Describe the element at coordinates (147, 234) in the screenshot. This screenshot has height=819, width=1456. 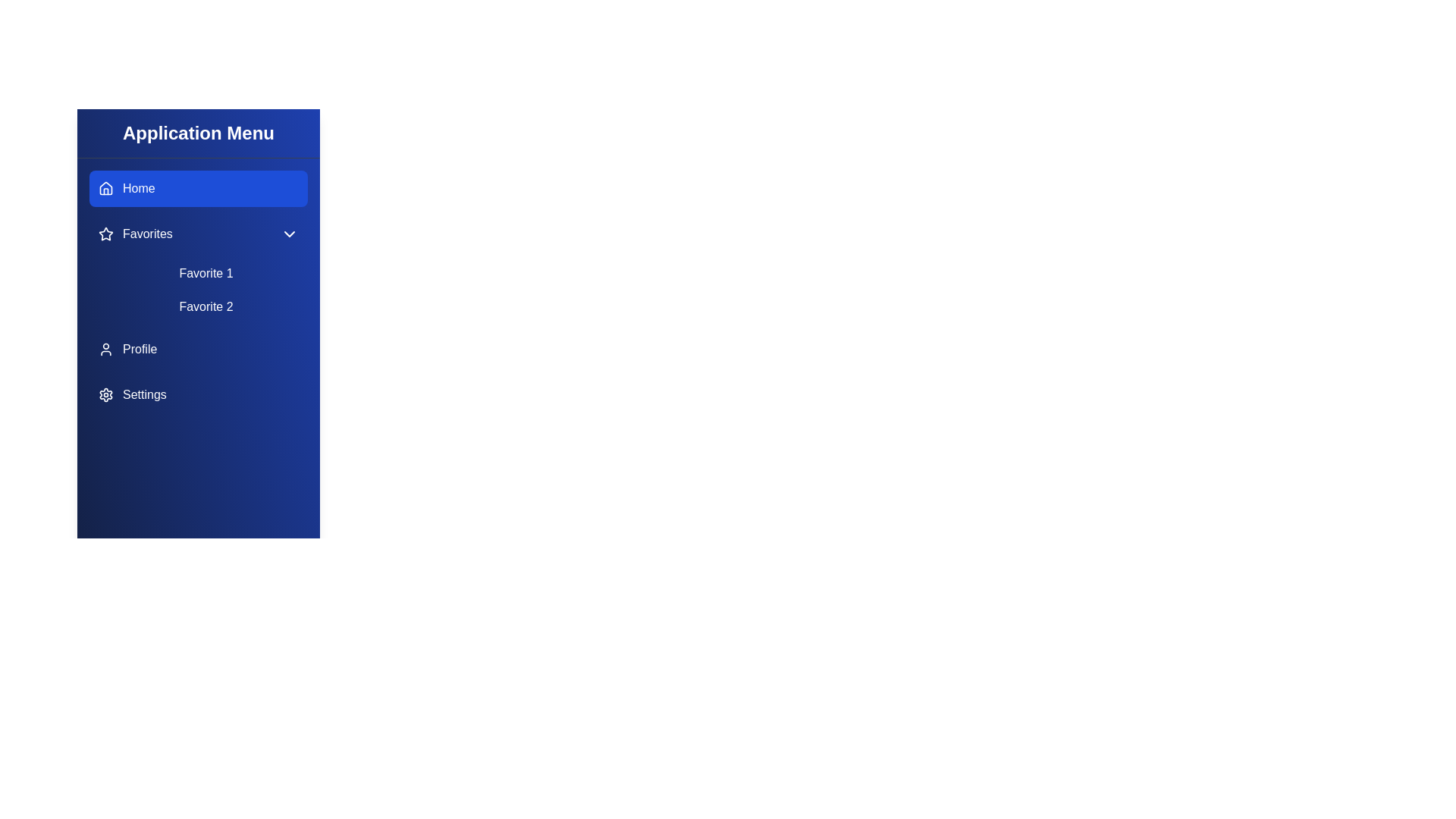
I see `the 'Favorites' text label in the vertical navigation menu` at that location.